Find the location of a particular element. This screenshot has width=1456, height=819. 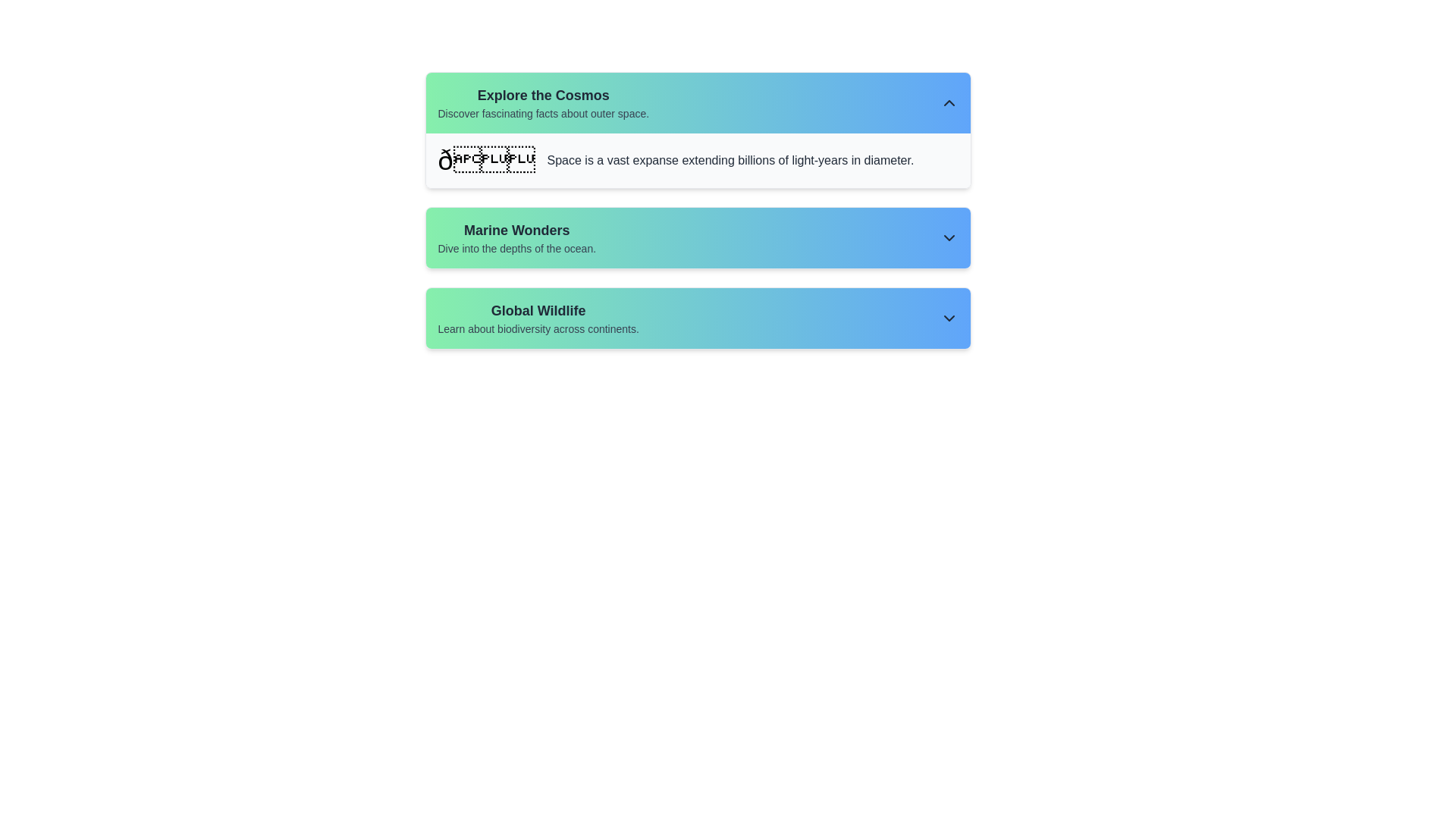

keyboard navigation is located at coordinates (697, 318).